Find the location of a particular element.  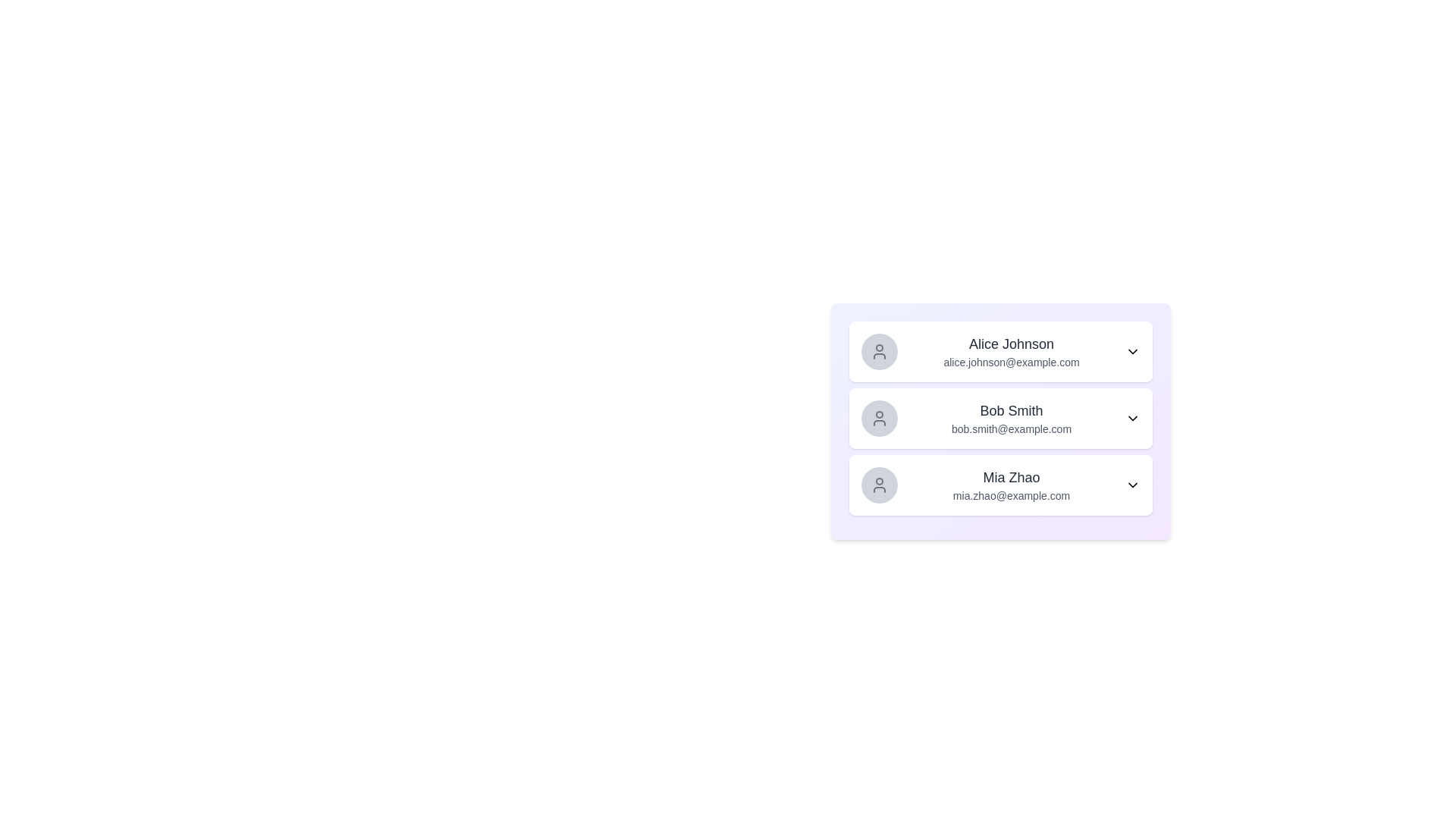

the text element displaying the name 'Mia Zhao' and email 'mia.zhao@example.com' in the third card of the group is located at coordinates (1012, 485).